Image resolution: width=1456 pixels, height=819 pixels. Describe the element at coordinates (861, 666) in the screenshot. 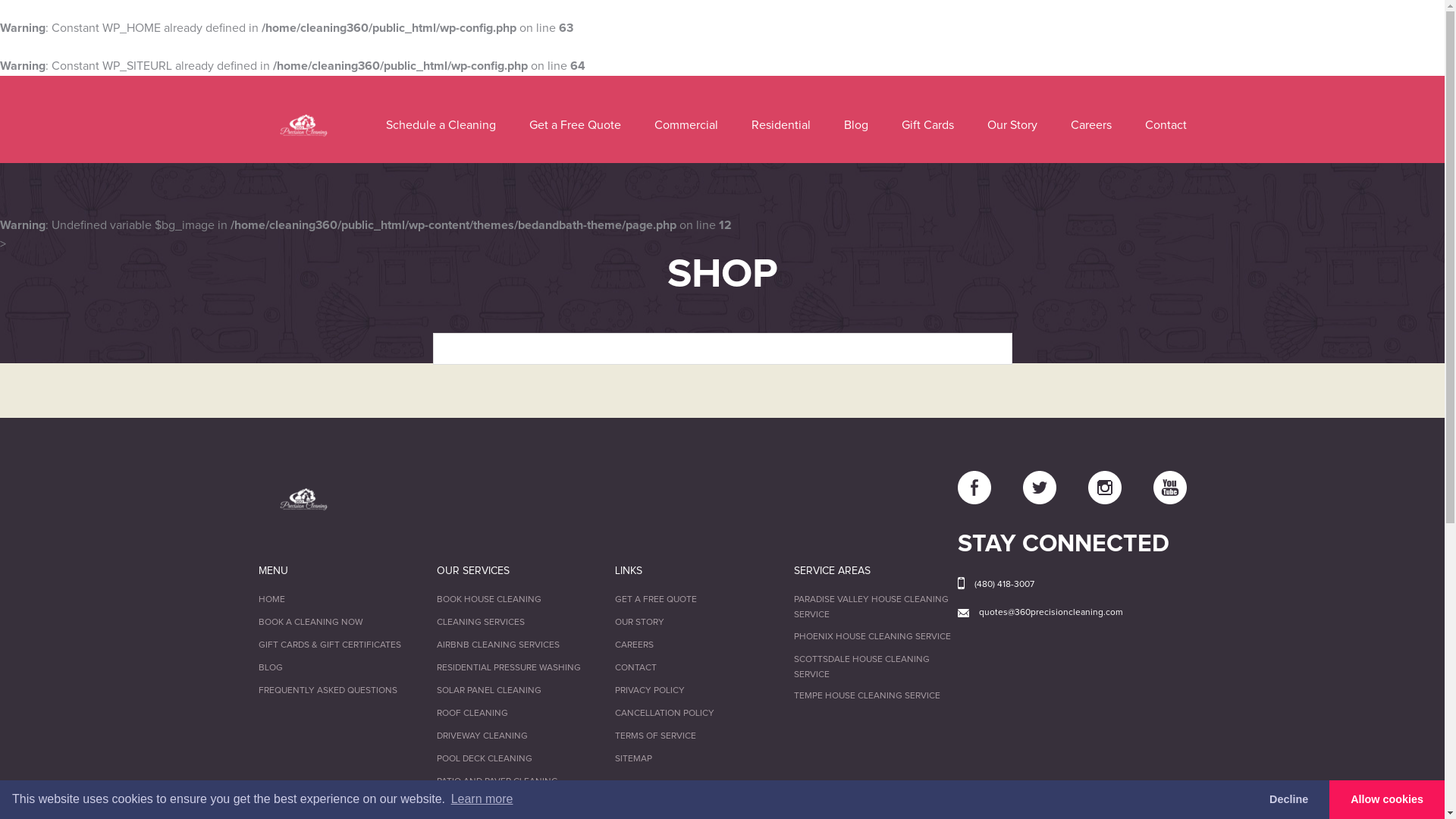

I see `'SCOTTSDALE HOUSE CLEANING SERVICE'` at that location.